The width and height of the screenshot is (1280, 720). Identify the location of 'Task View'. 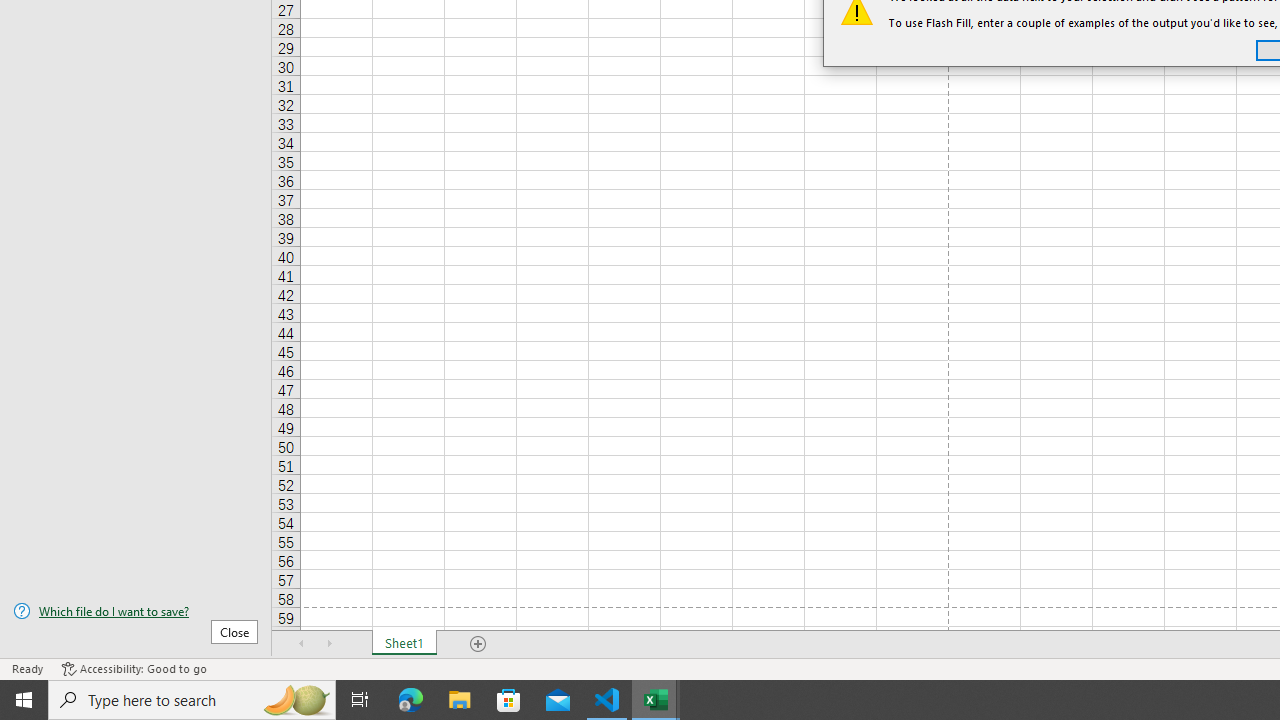
(359, 698).